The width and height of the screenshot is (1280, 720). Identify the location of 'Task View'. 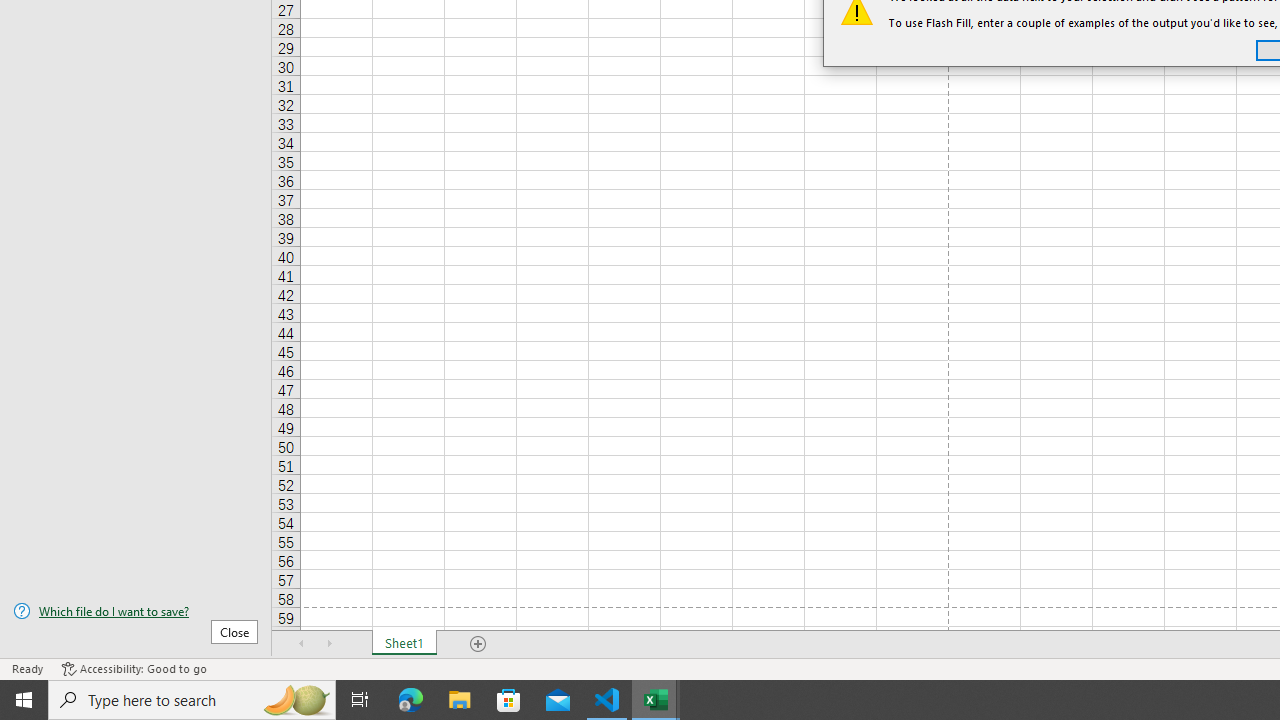
(359, 698).